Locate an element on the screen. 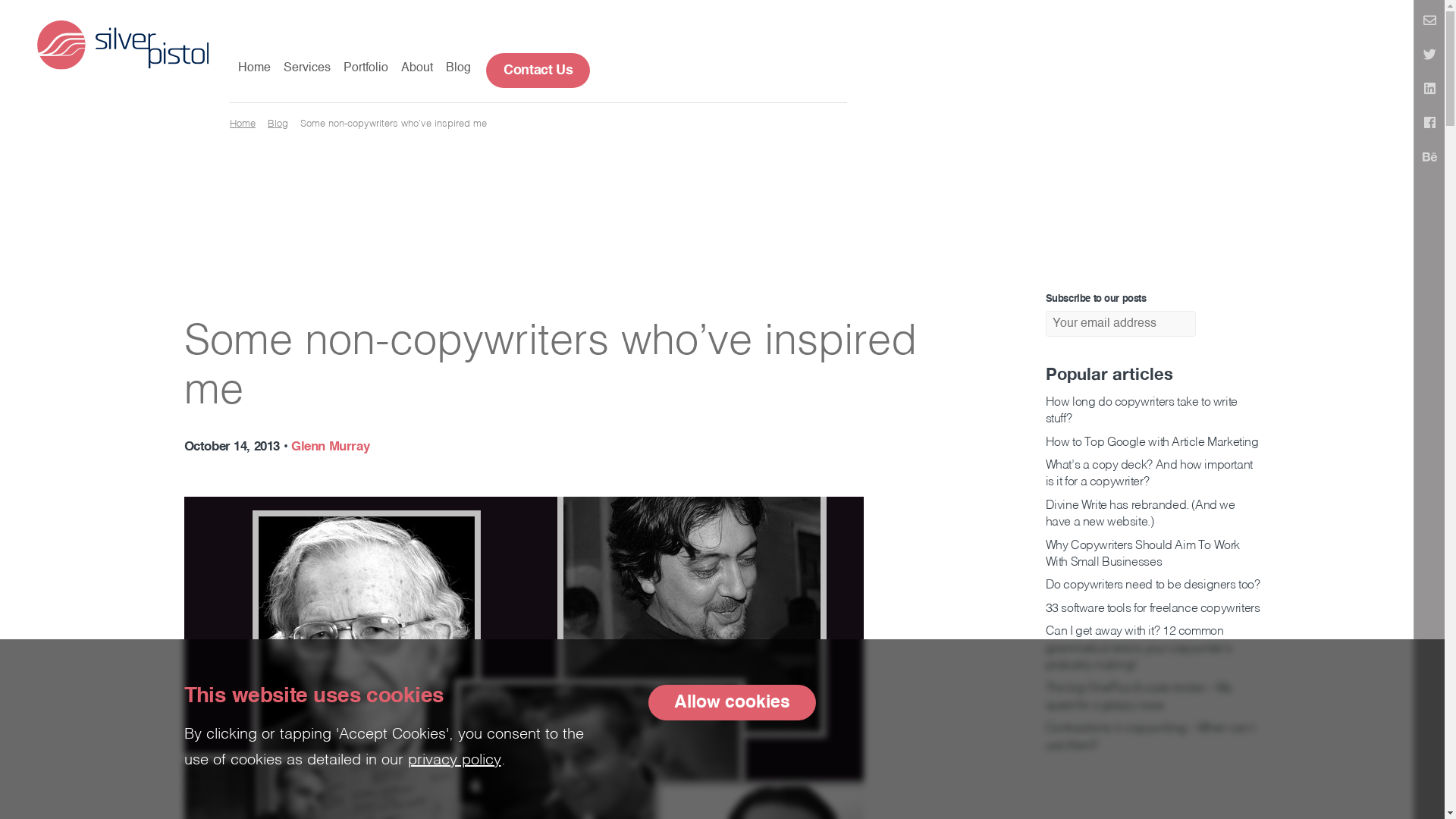 This screenshot has width=1456, height=819. 'Glenn Murray' is located at coordinates (291, 446).